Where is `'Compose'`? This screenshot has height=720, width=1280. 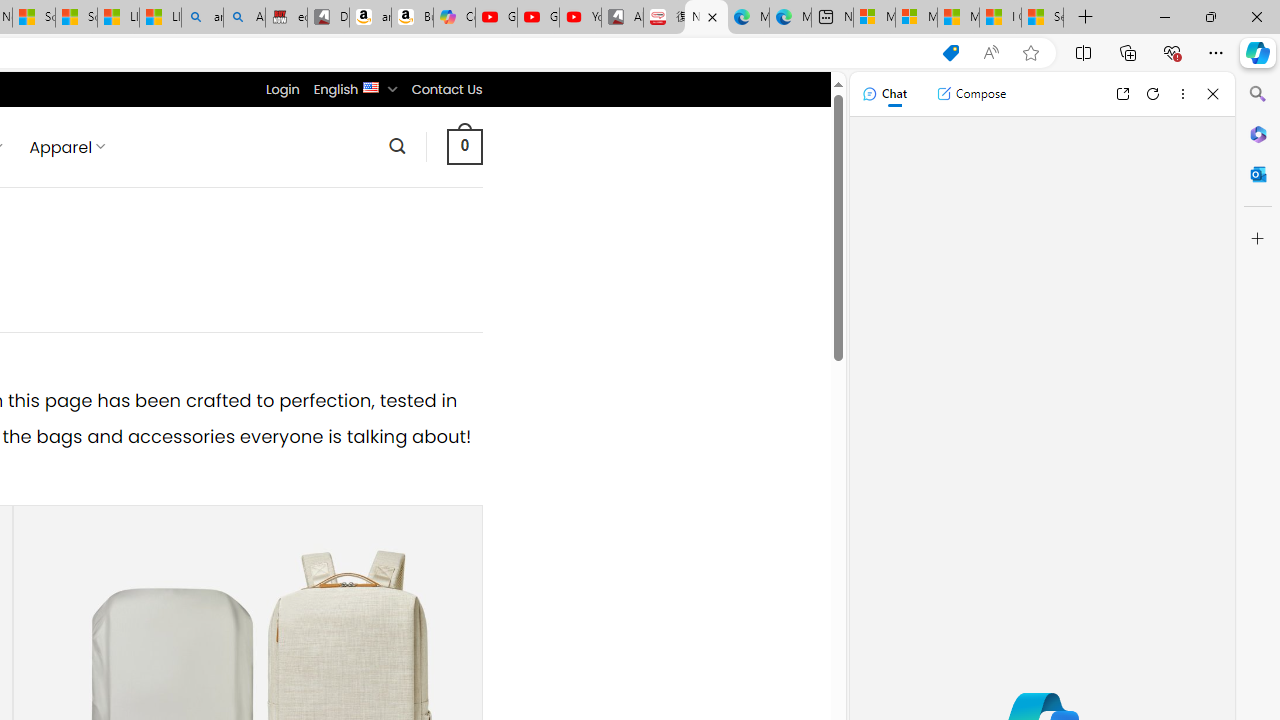
'Compose' is located at coordinates (971, 93).